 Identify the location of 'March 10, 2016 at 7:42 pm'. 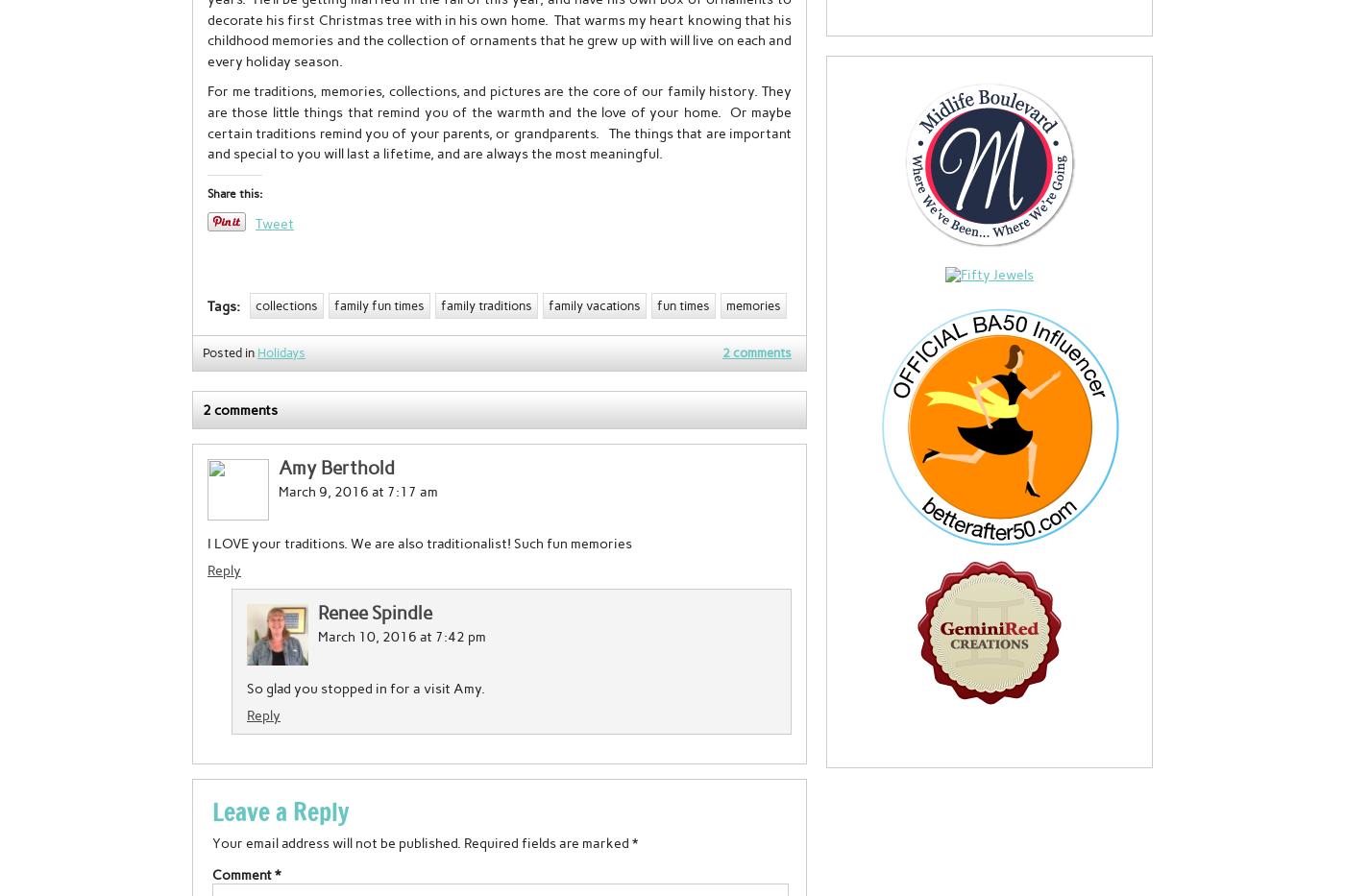
(317, 635).